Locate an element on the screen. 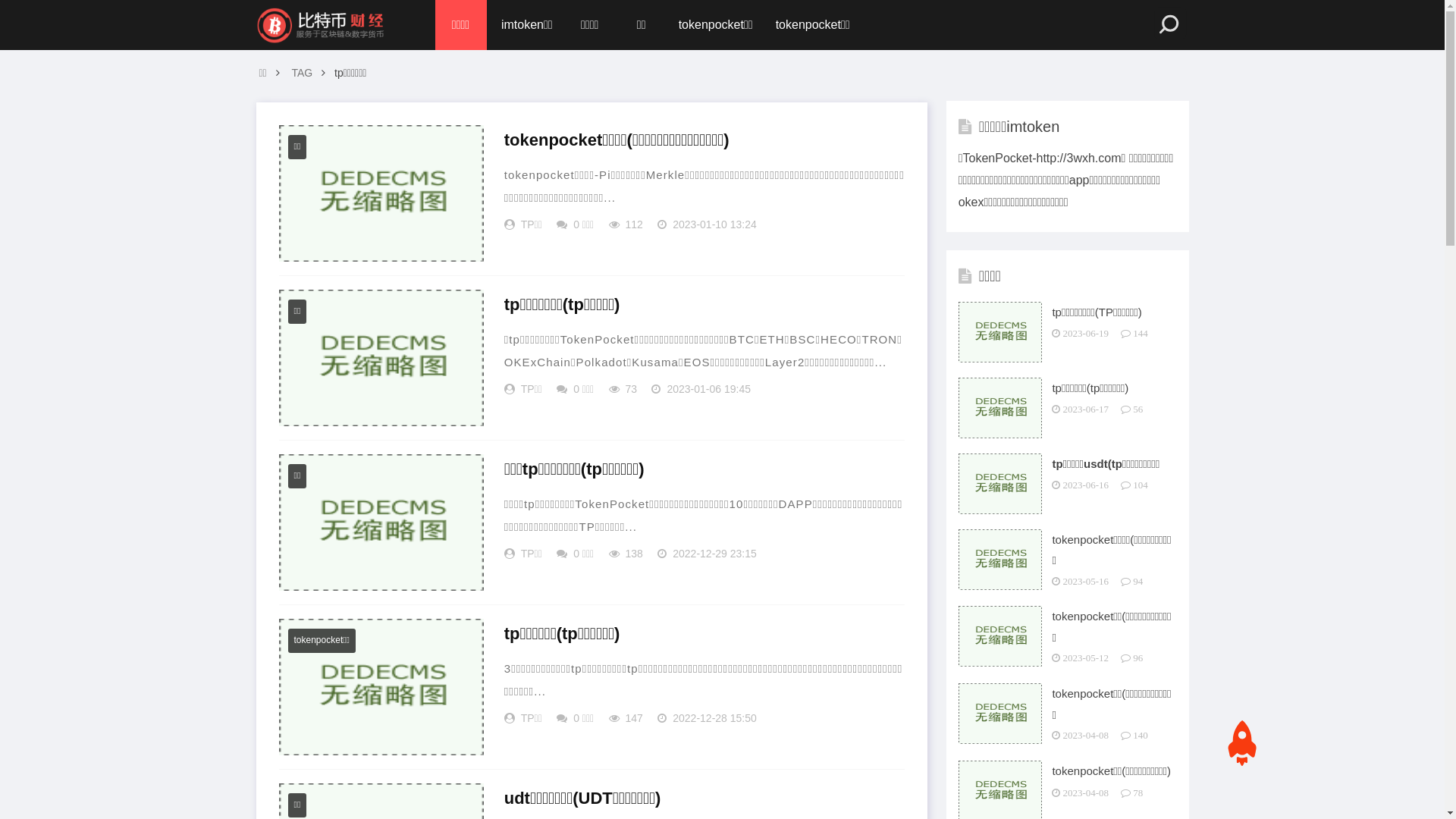 Image resolution: width=1456 pixels, height=819 pixels. 'TAG' is located at coordinates (301, 73).